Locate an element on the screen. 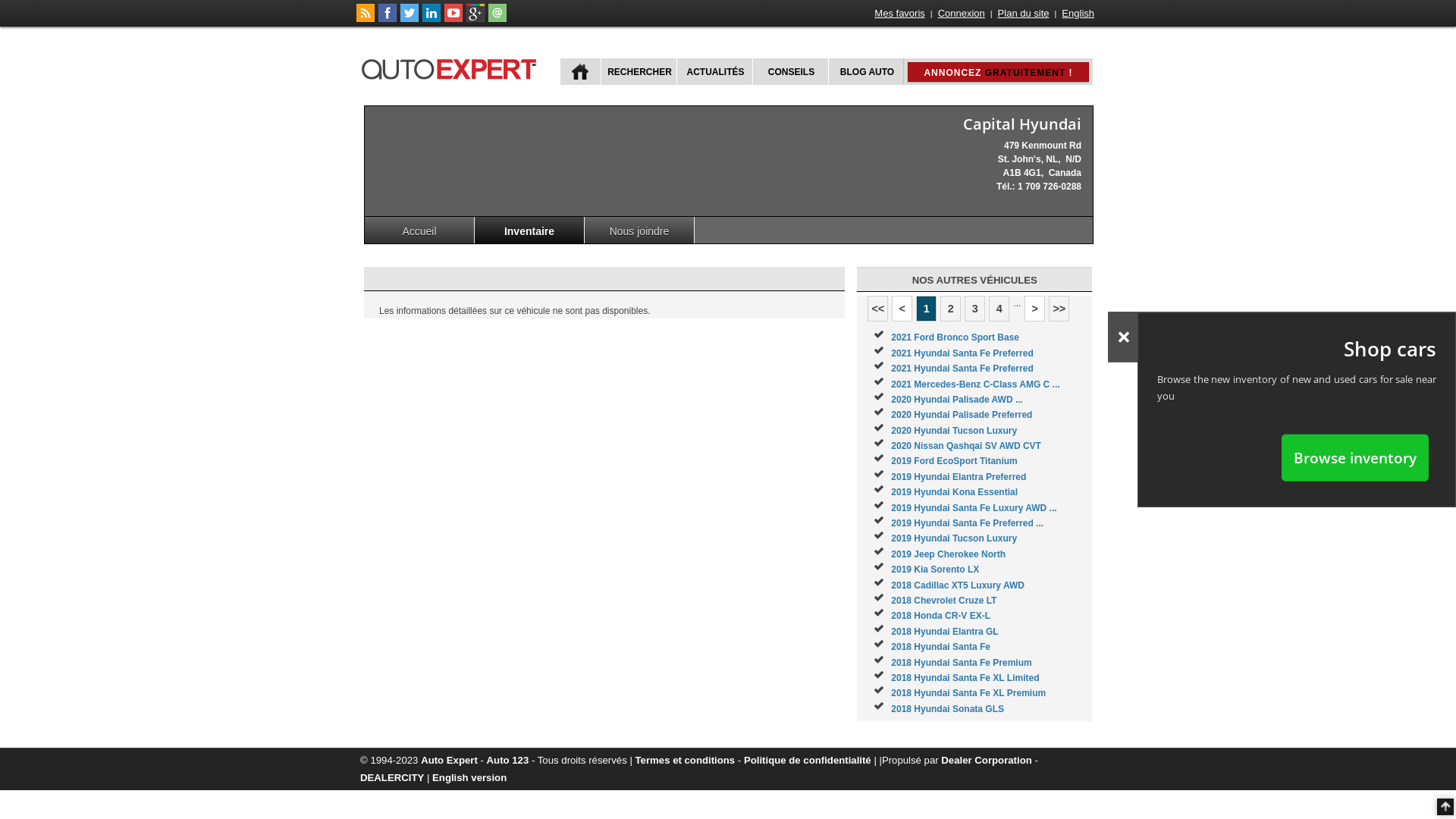 This screenshot has height=819, width=1456. 'Browse inventory' is located at coordinates (1354, 457).